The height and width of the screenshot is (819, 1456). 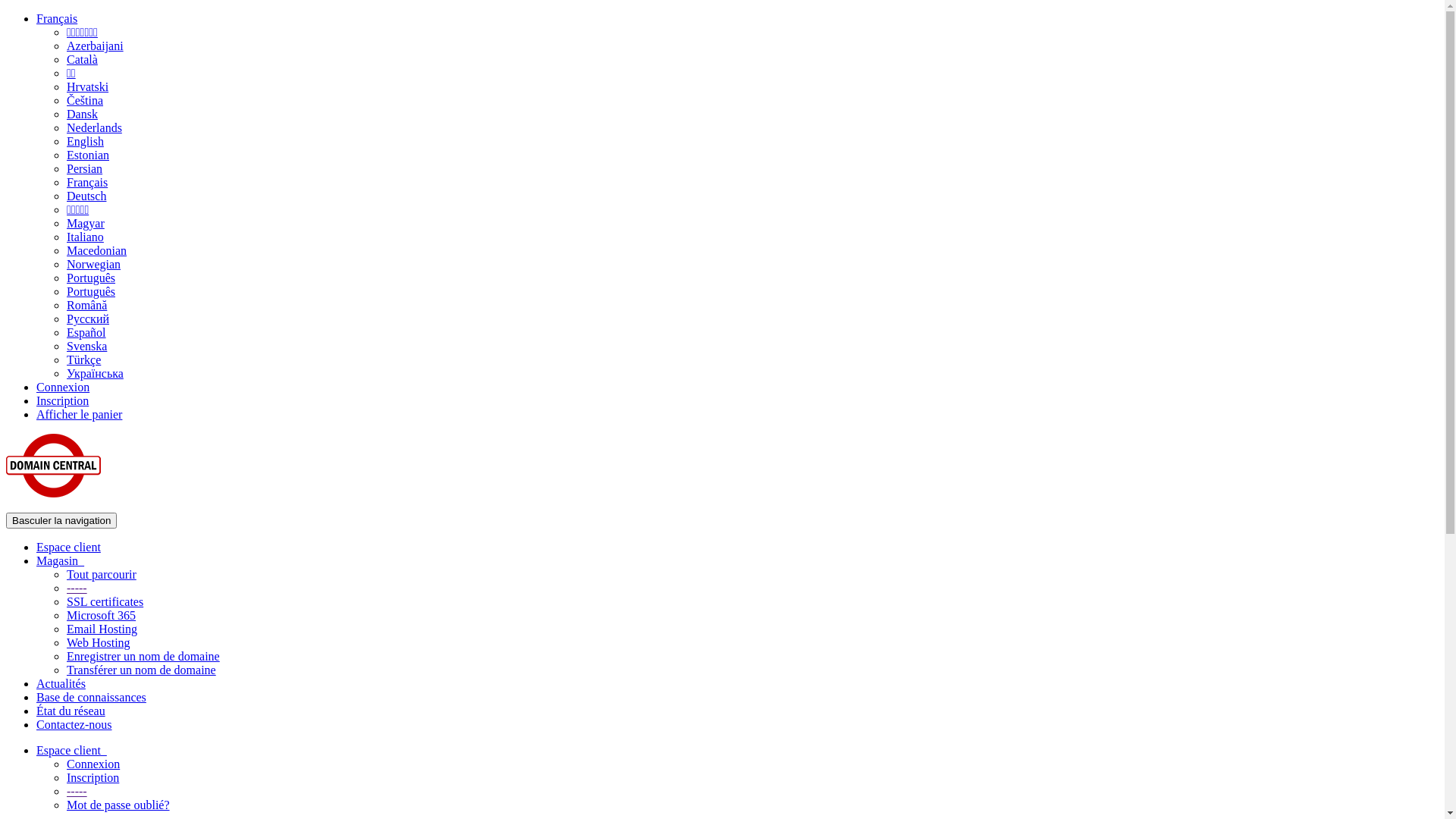 I want to click on 'Estonian', so click(x=86, y=155).